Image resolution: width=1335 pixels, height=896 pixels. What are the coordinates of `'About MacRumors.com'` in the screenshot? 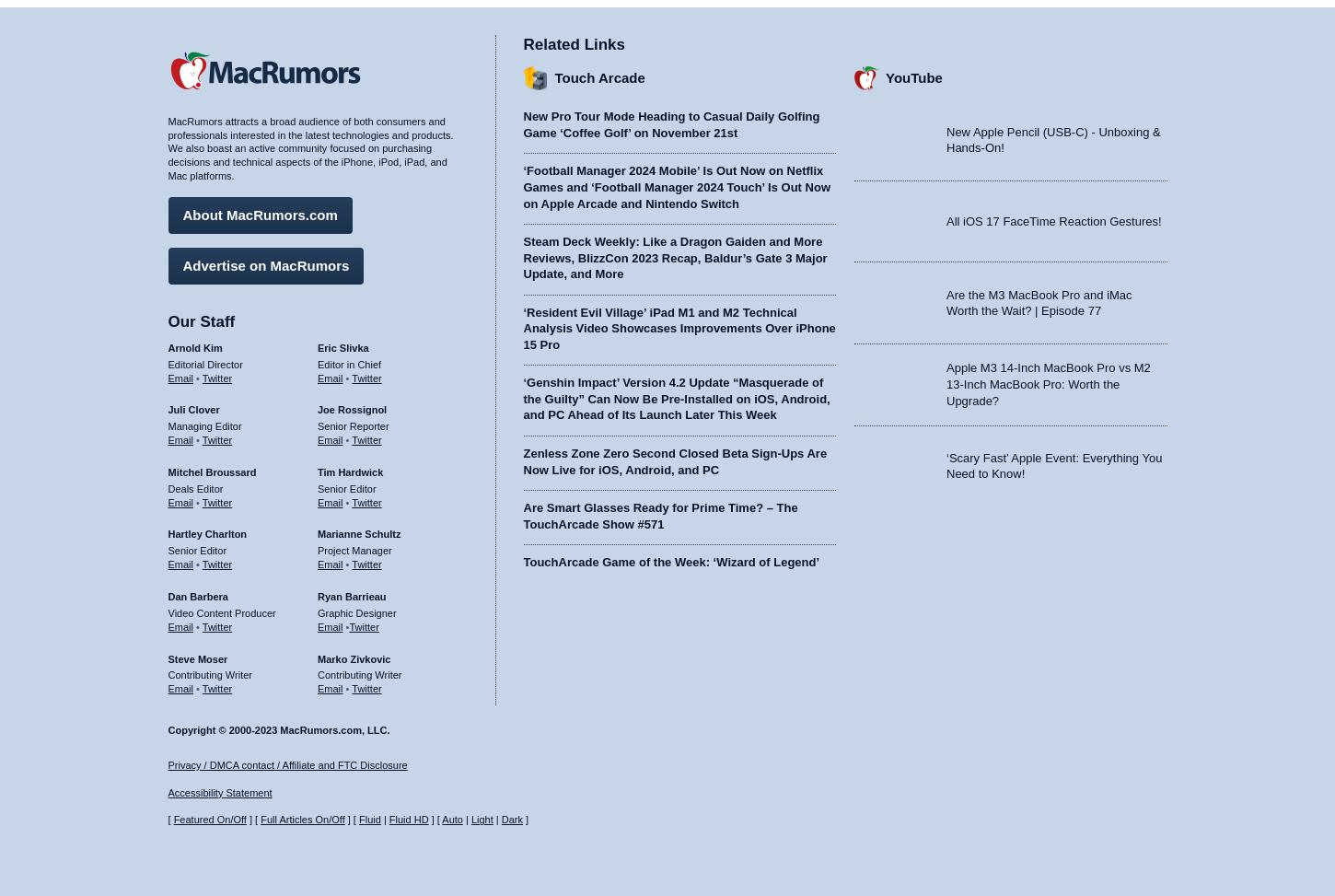 It's located at (260, 213).